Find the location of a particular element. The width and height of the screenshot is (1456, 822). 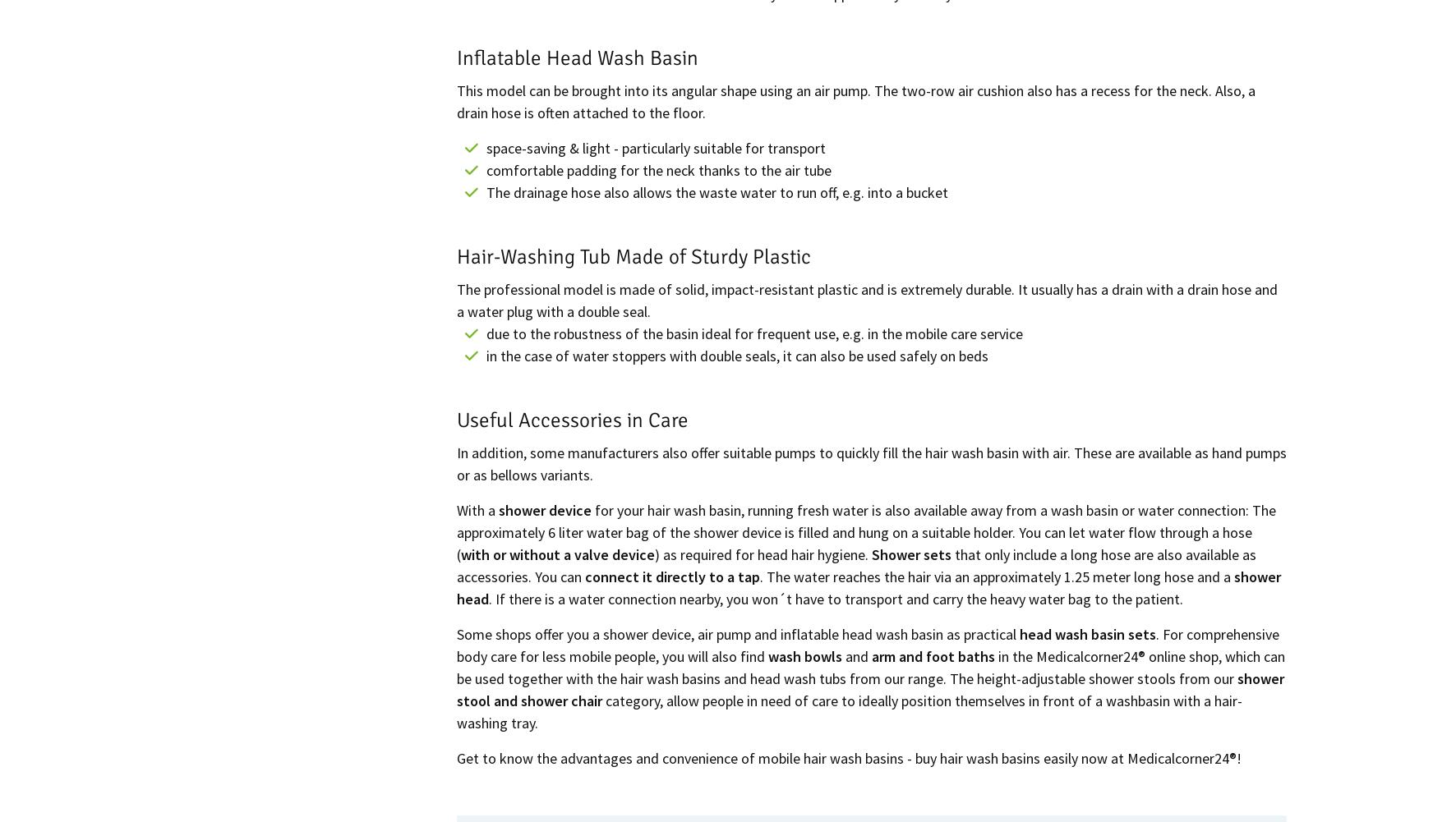

'. The water reaches the hair via an approximately 1.25 meter long hose and a' is located at coordinates (758, 575).